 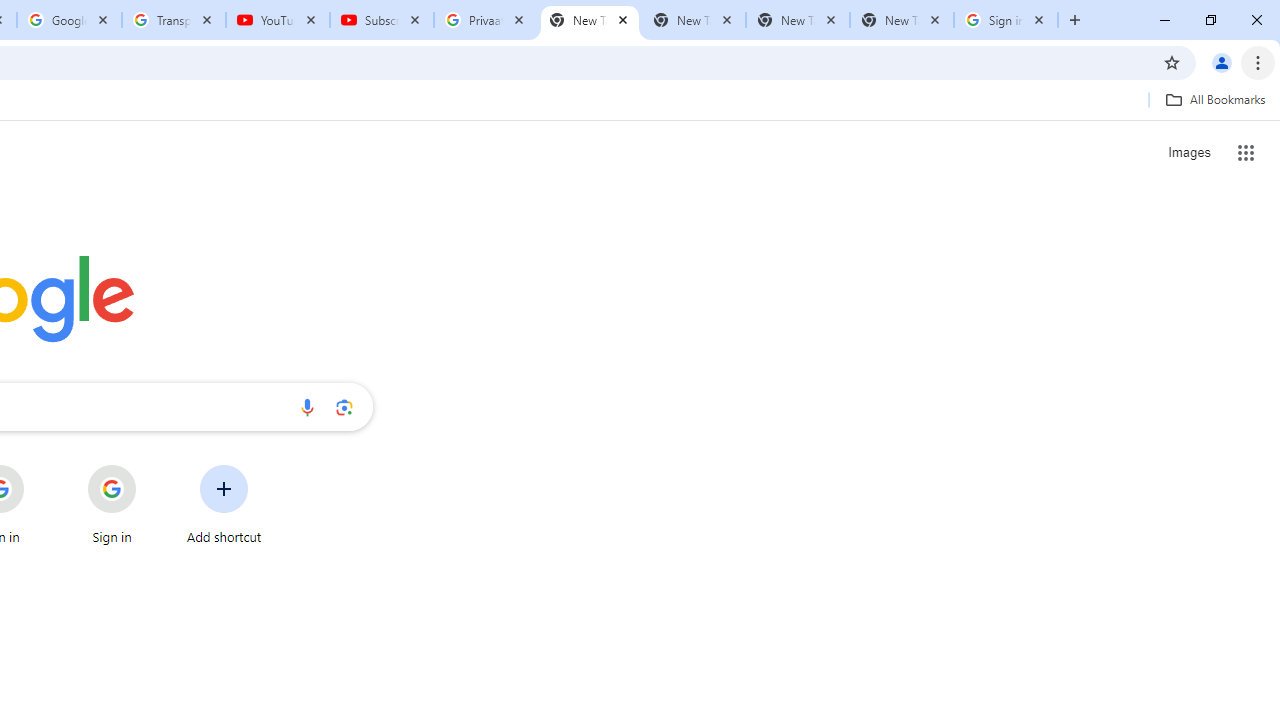 What do you see at coordinates (1214, 99) in the screenshot?
I see `'All Bookmarks'` at bounding box center [1214, 99].